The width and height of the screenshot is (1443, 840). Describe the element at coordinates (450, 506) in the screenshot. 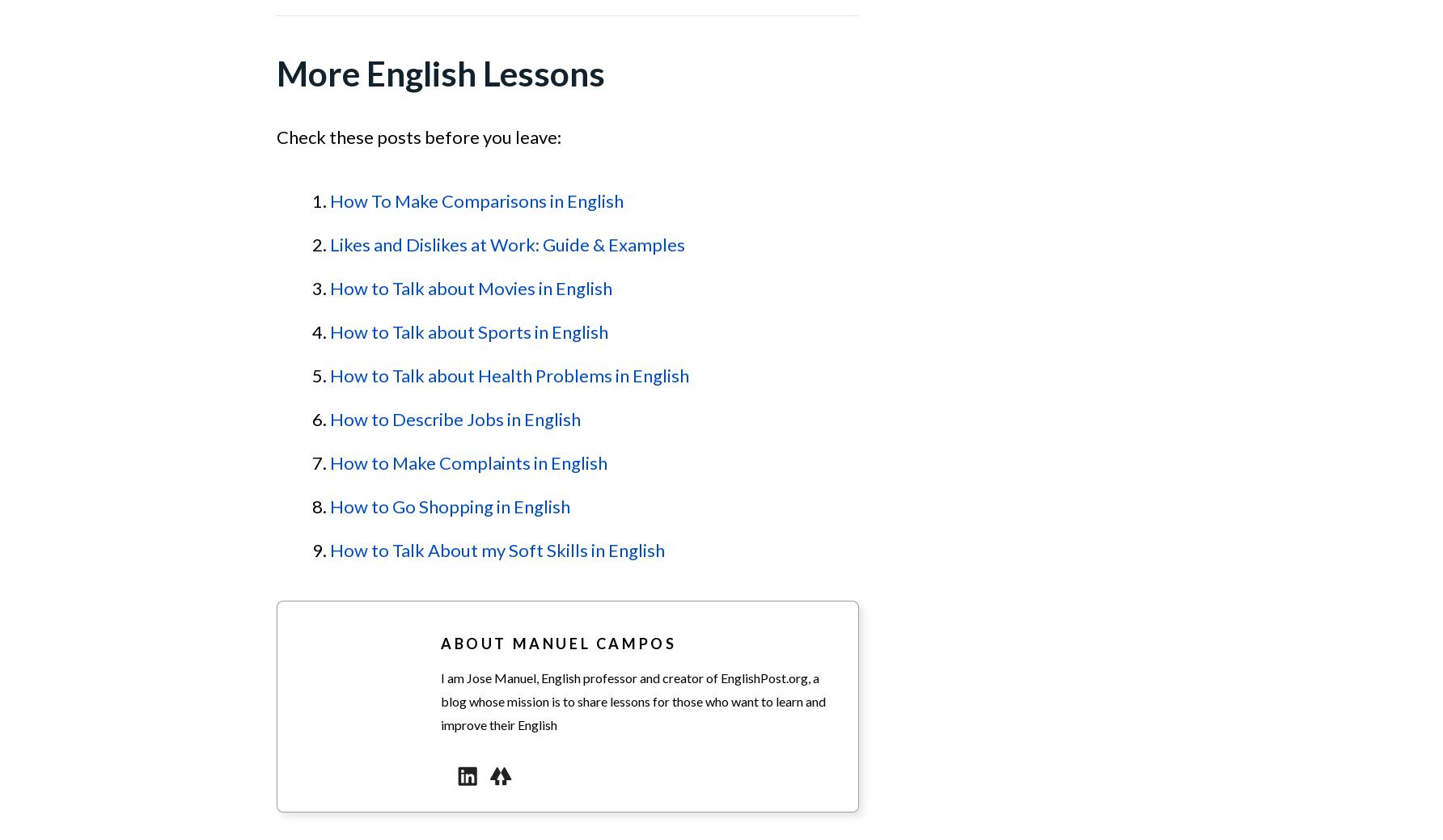

I see `'How to Go Shopping in English'` at that location.